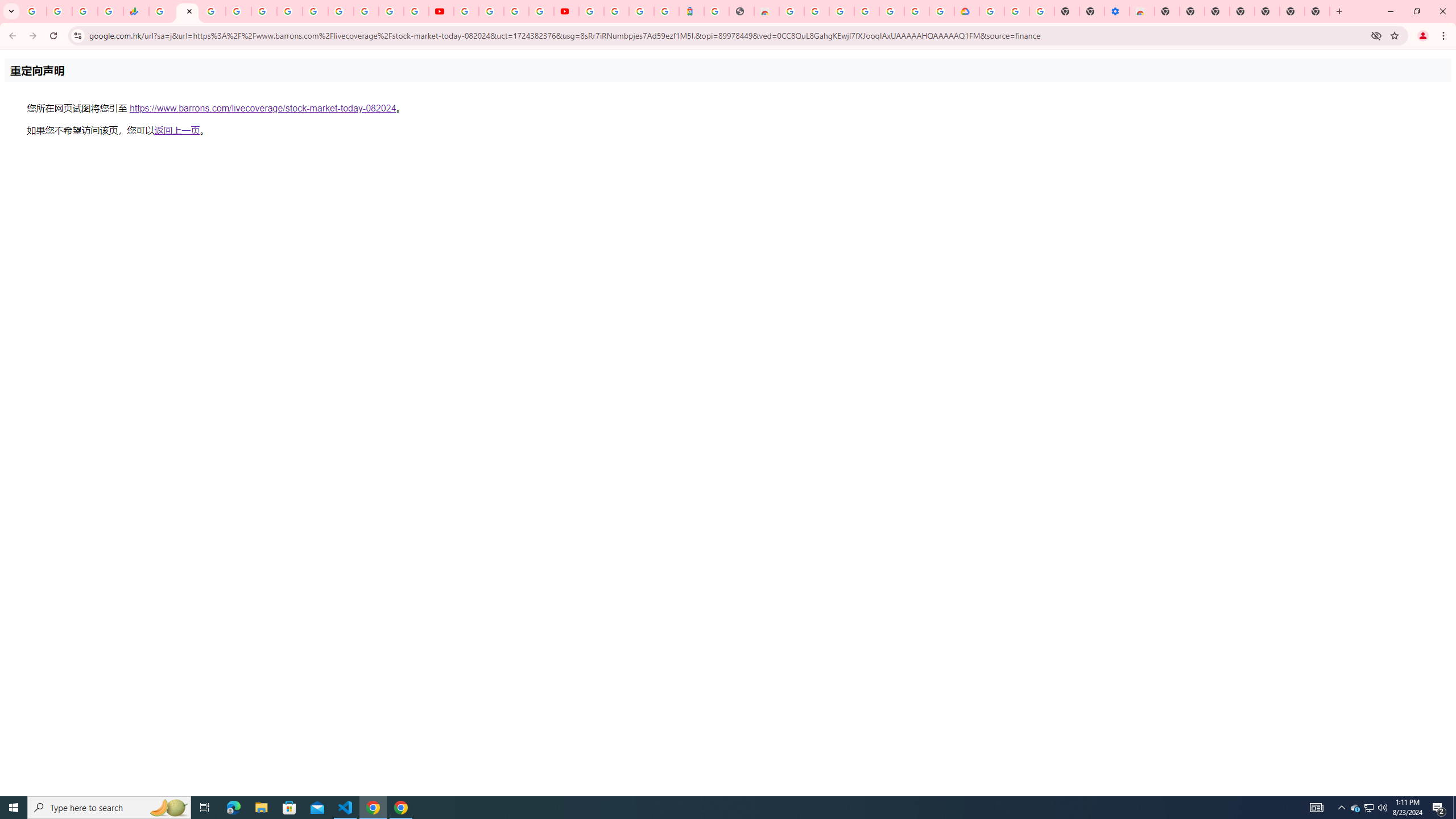 The height and width of the screenshot is (819, 1456). I want to click on 'Turn cookies on or off - Computer - Google Account Help', so click(1041, 11).